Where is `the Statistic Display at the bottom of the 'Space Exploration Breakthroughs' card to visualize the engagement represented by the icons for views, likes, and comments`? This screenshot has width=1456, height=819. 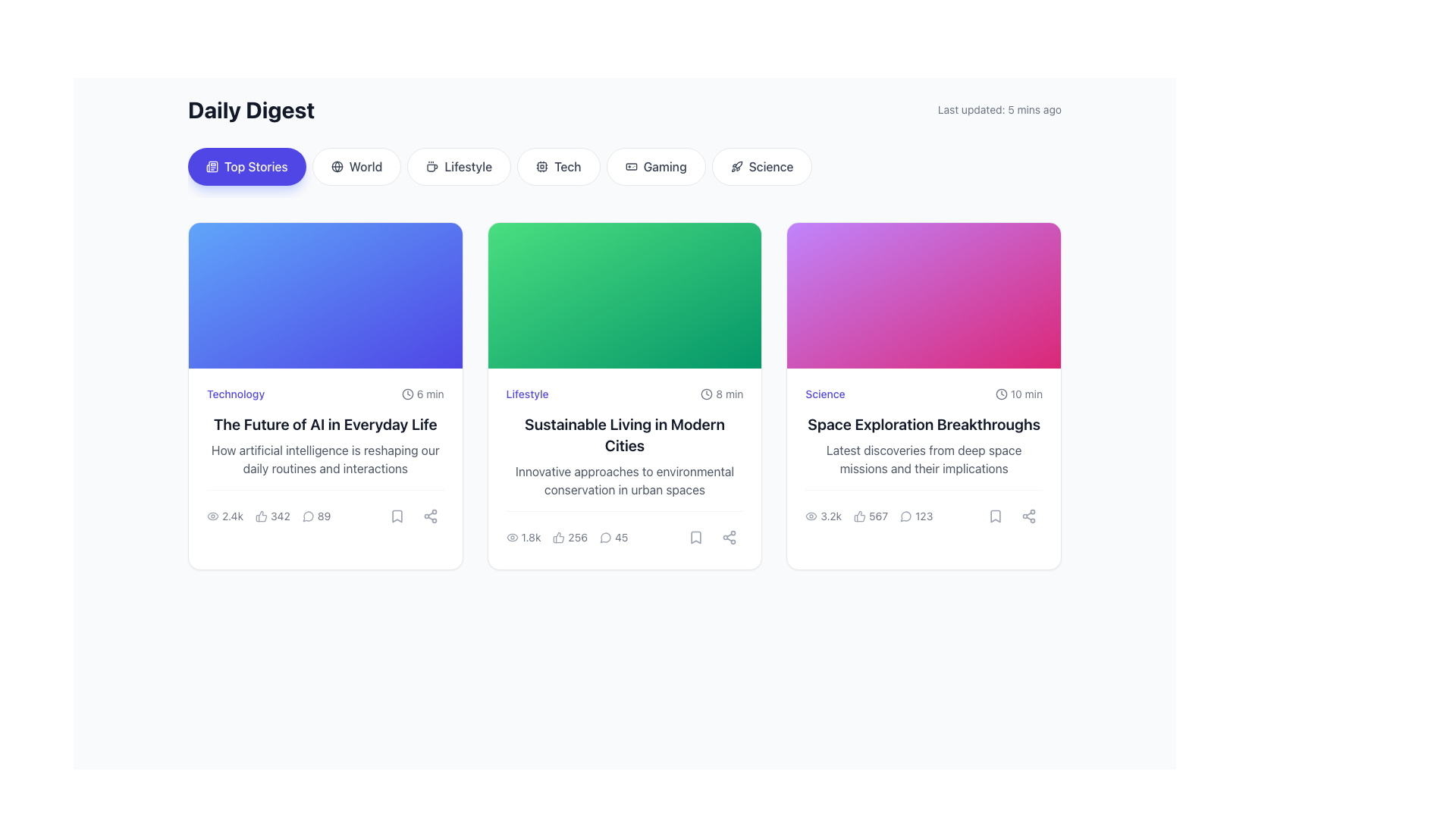
the Statistic Display at the bottom of the 'Space Exploration Breakthroughs' card to visualize the engagement represented by the icons for views, likes, and comments is located at coordinates (869, 516).